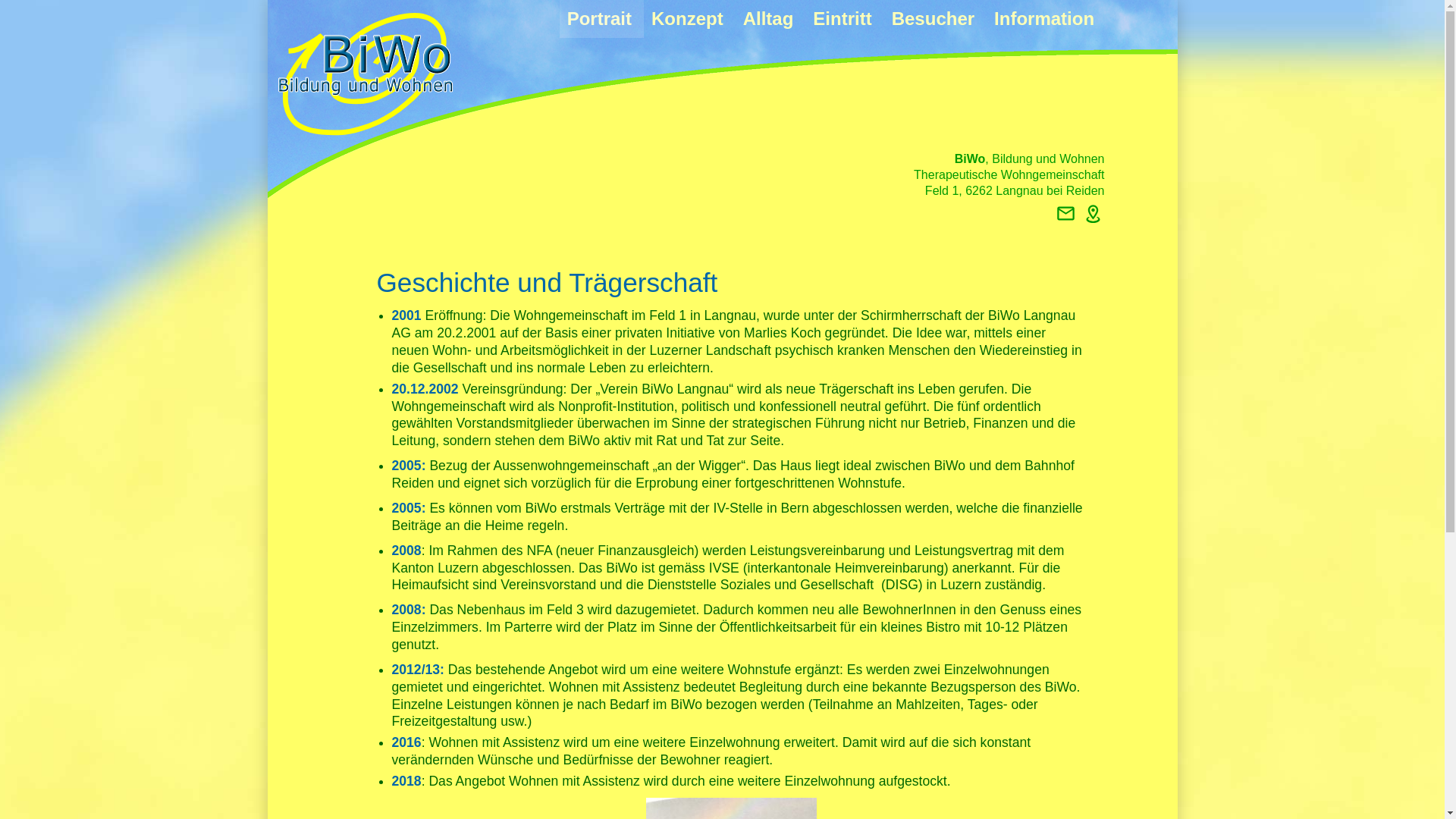 This screenshot has width=1456, height=819. Describe the element at coordinates (804, 18) in the screenshot. I see `'Eintritt'` at that location.